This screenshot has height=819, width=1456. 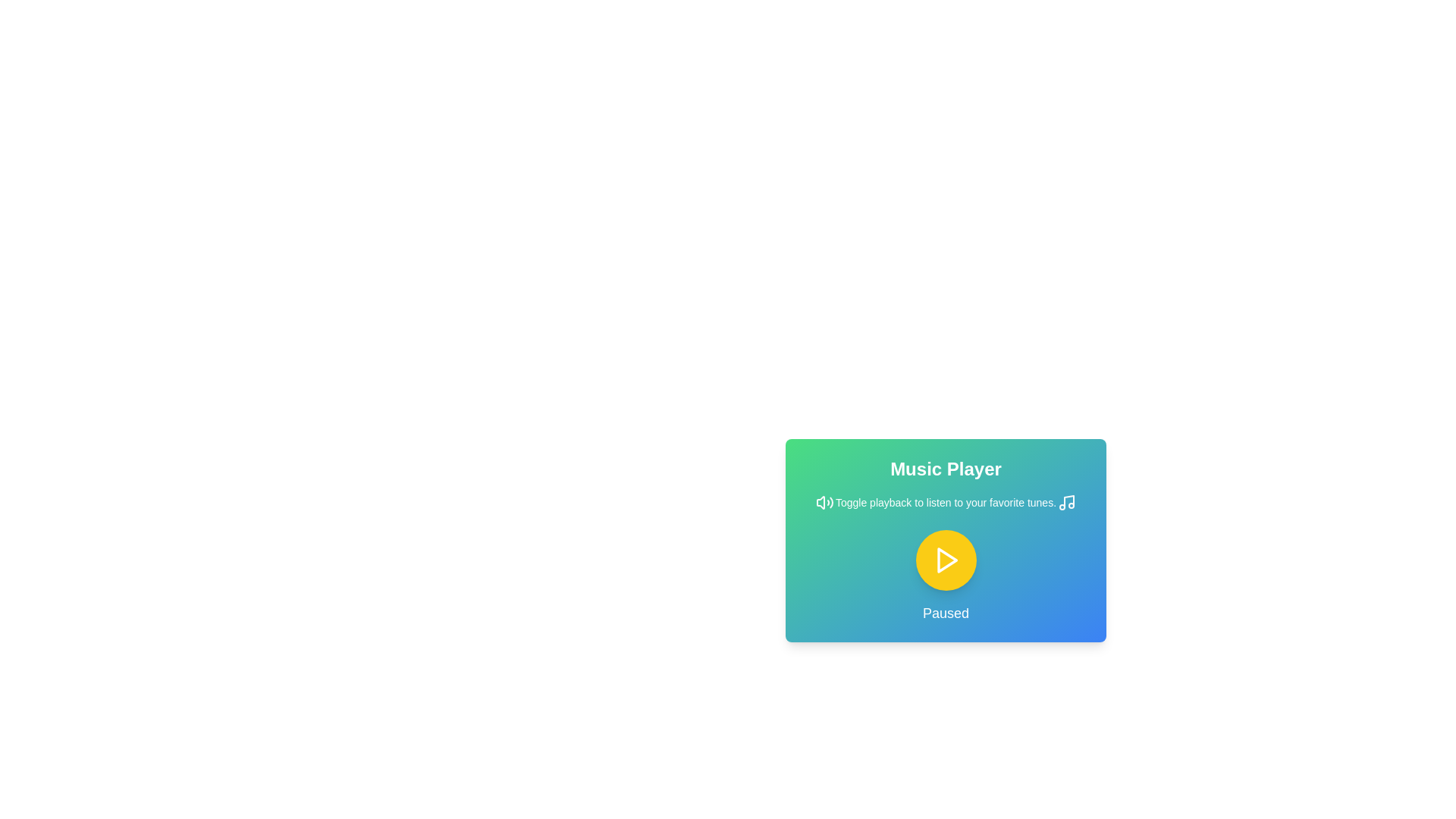 I want to click on the triangular play icon located centrally within the circular button at the bottom of the music player interface, so click(x=946, y=560).